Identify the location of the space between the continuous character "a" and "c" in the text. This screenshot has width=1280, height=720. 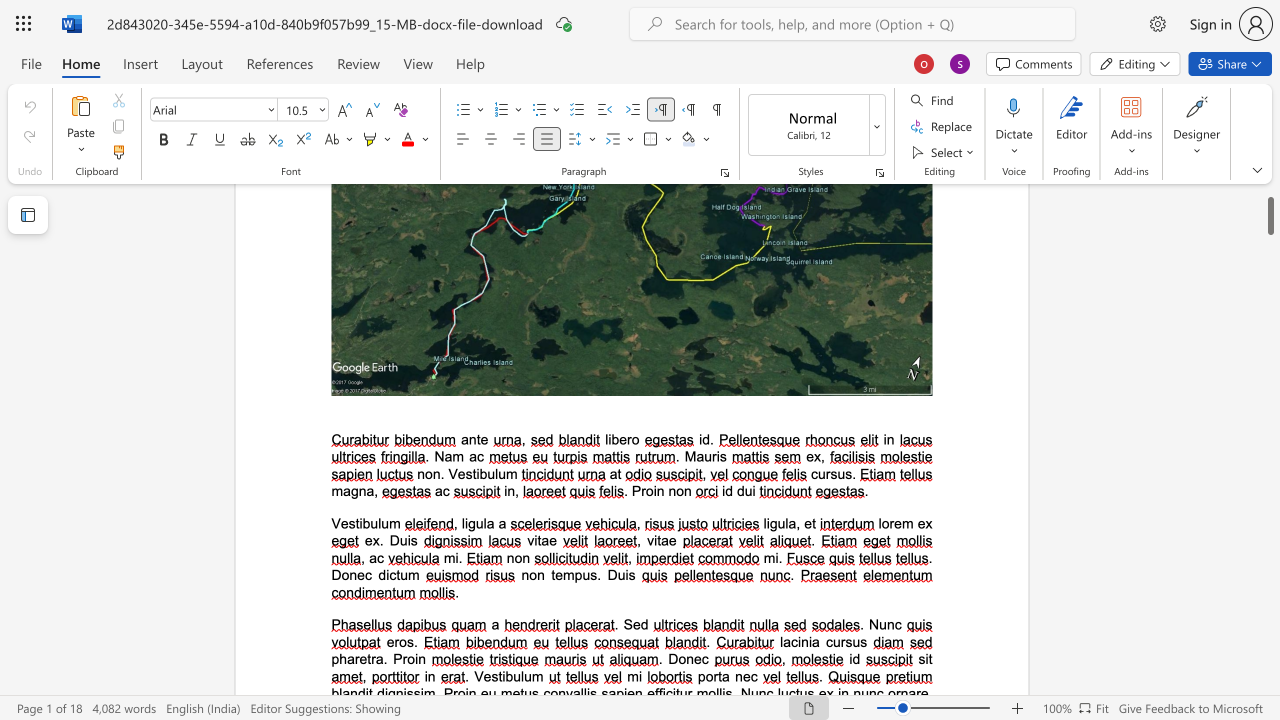
(789, 642).